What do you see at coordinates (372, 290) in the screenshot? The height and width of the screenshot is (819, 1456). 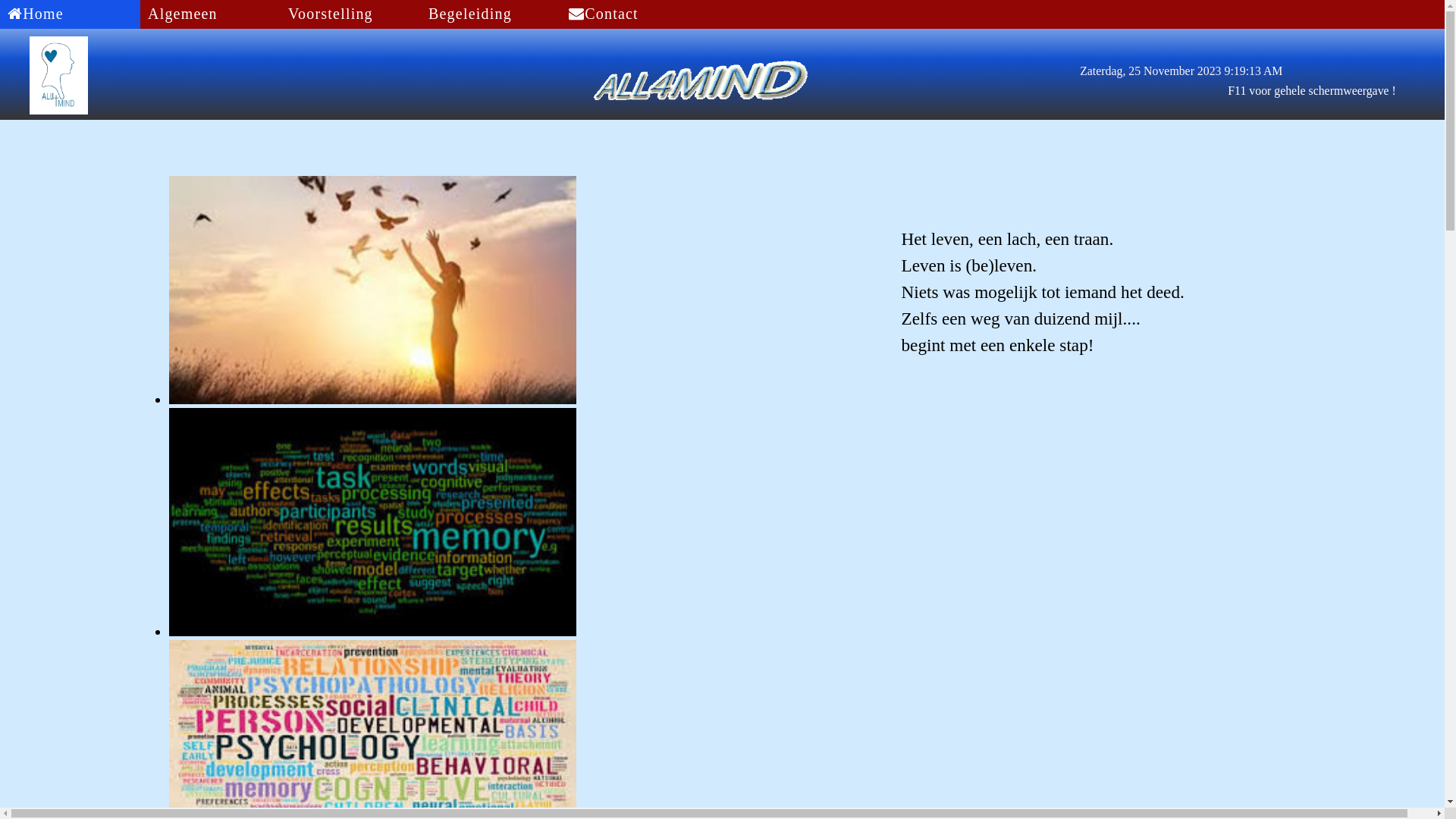 I see `'image11'` at bounding box center [372, 290].